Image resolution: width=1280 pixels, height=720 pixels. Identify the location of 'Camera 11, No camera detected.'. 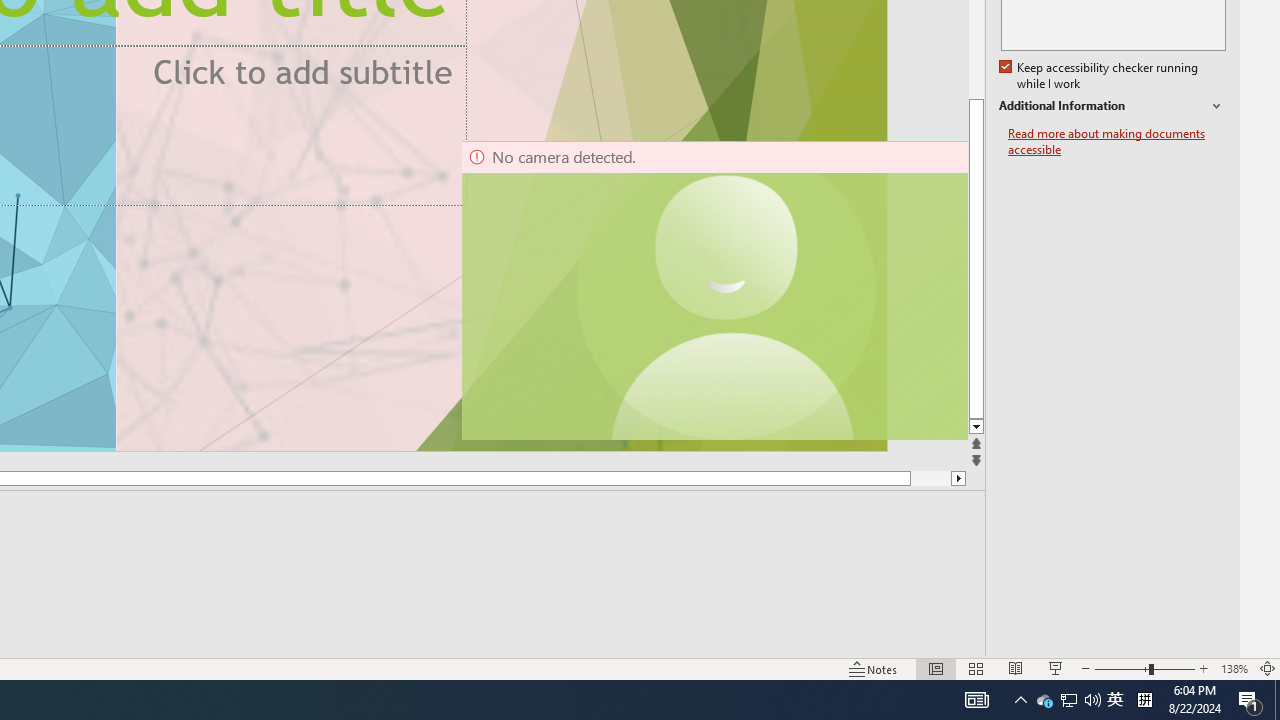
(726, 290).